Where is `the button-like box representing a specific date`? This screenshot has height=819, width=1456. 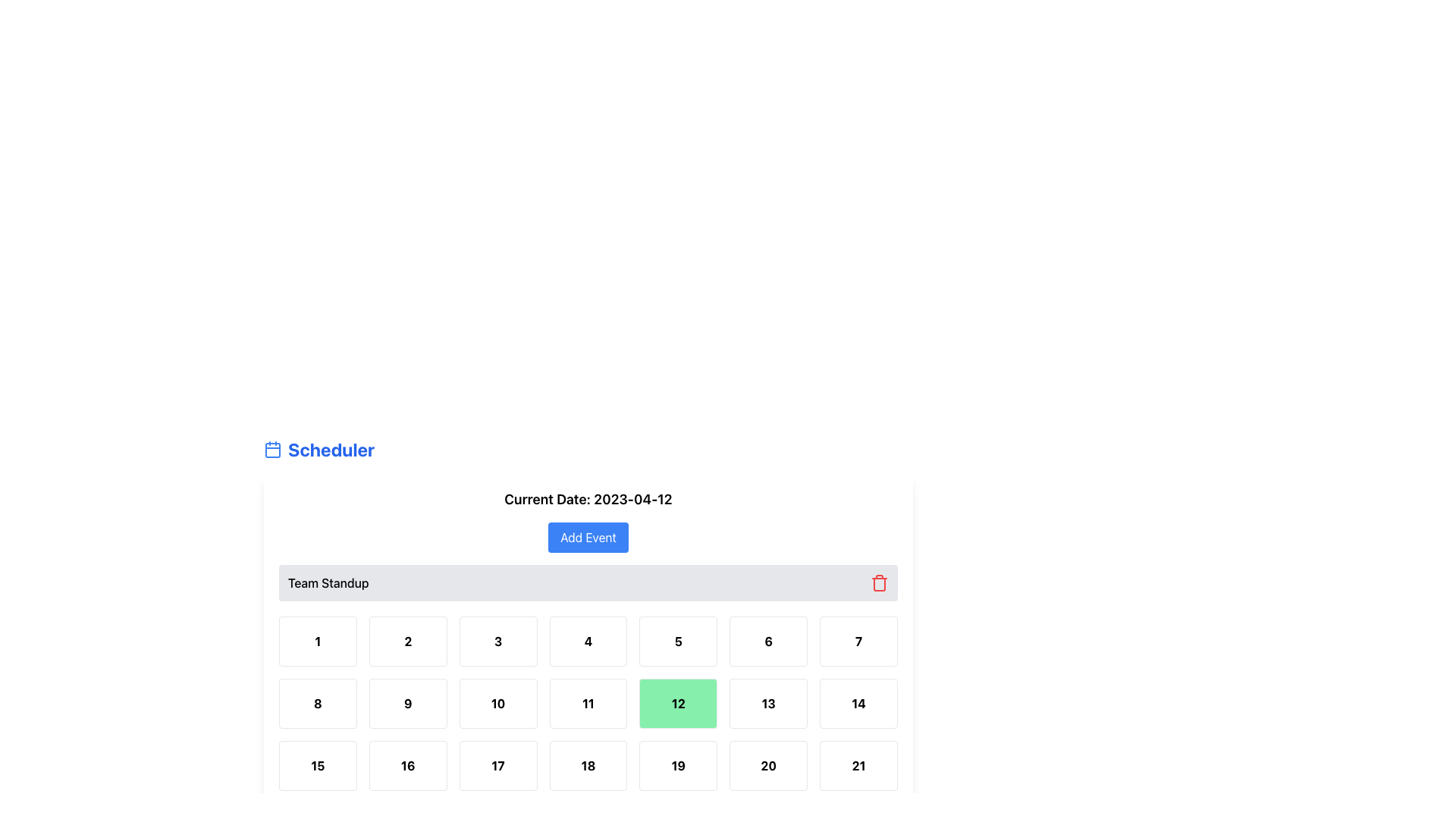 the button-like box representing a specific date is located at coordinates (498, 704).